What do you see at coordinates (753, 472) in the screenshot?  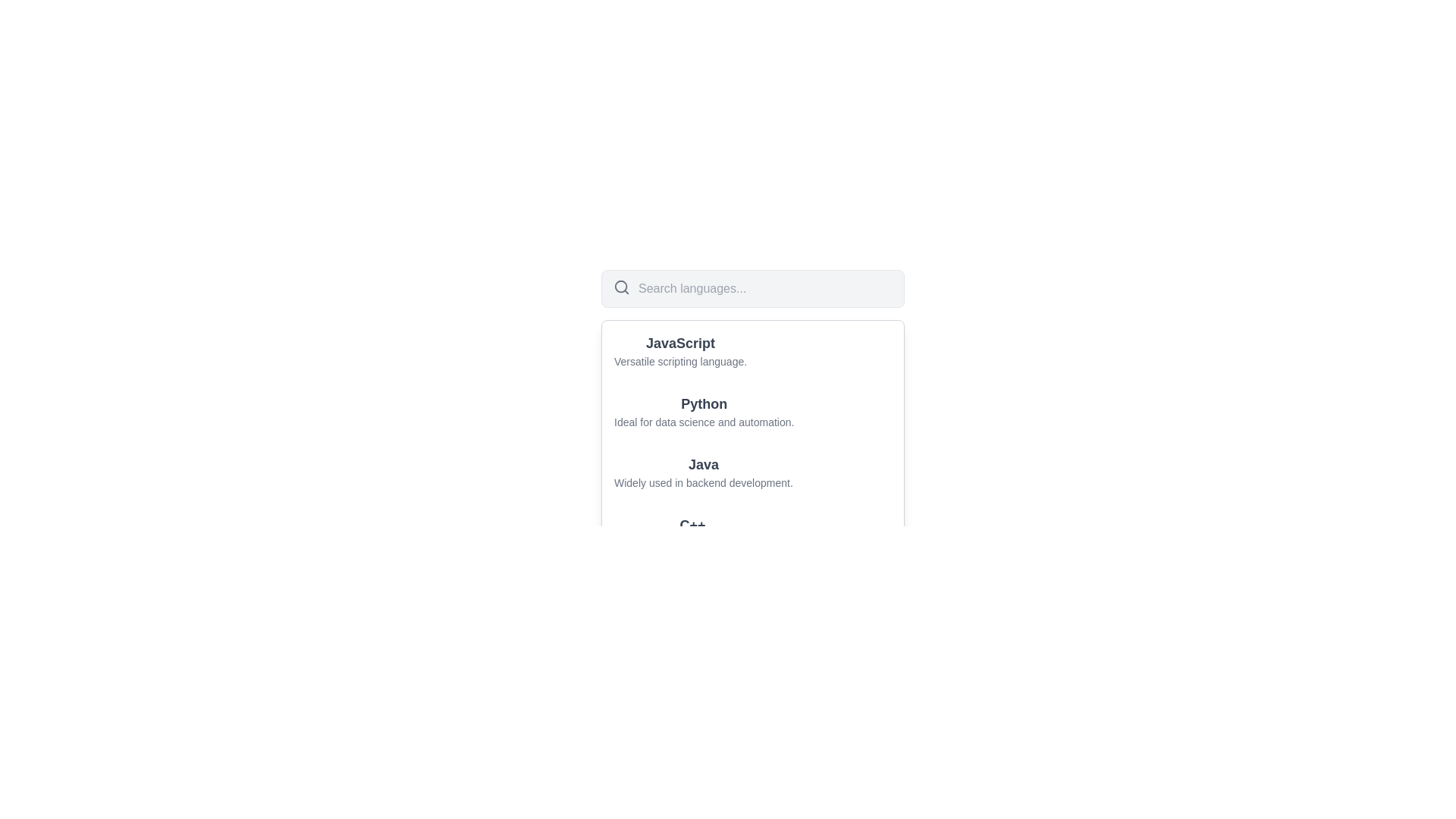 I see `the text block displaying 'Java' and its description 'Widely used in backend development.', which is the third item in the vertical list of programming languages` at bounding box center [753, 472].